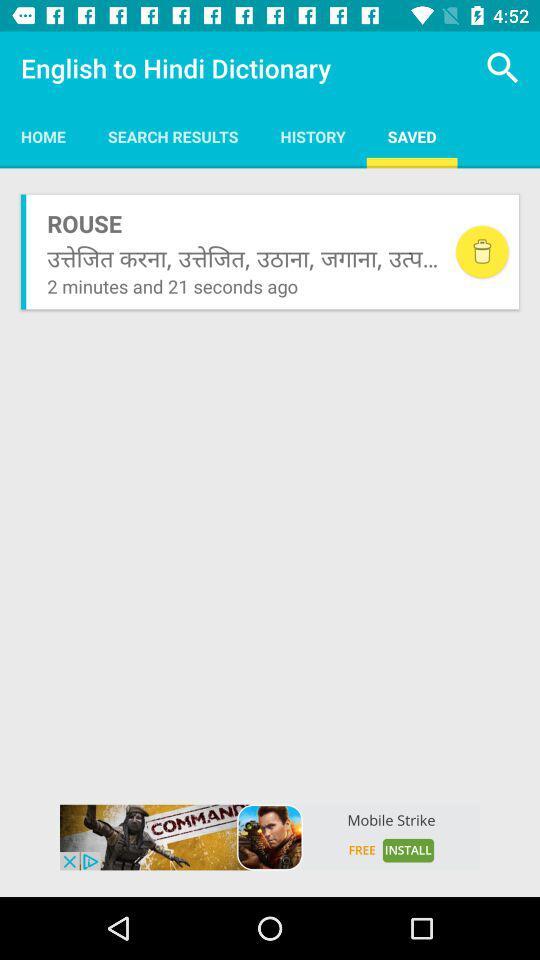  Describe the element at coordinates (481, 251) in the screenshot. I see `delete element` at that location.